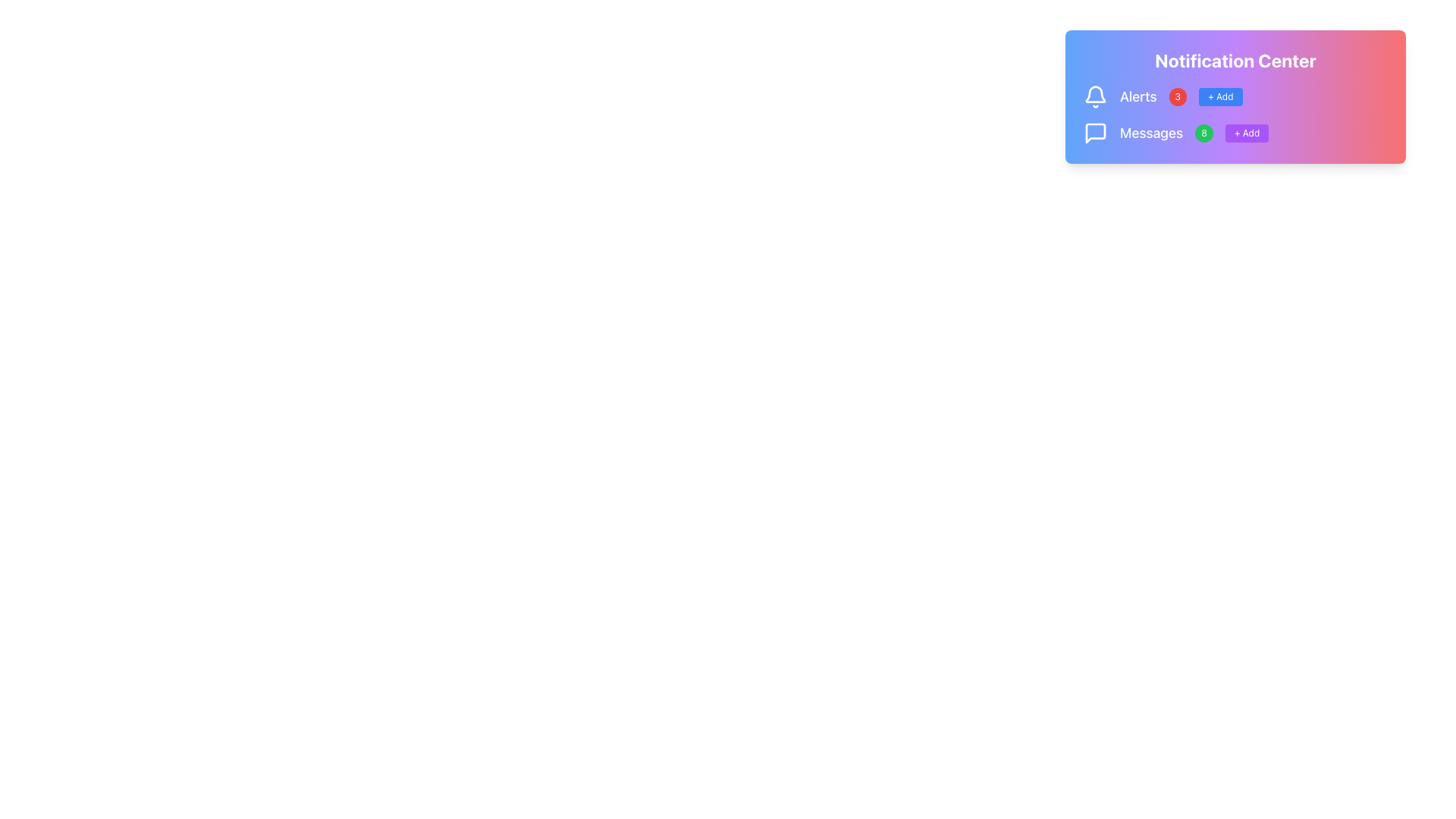  I want to click on the notification bell icon located in the Notification Center panel, to the left of the text labeled 'Alerts', so click(1095, 94).